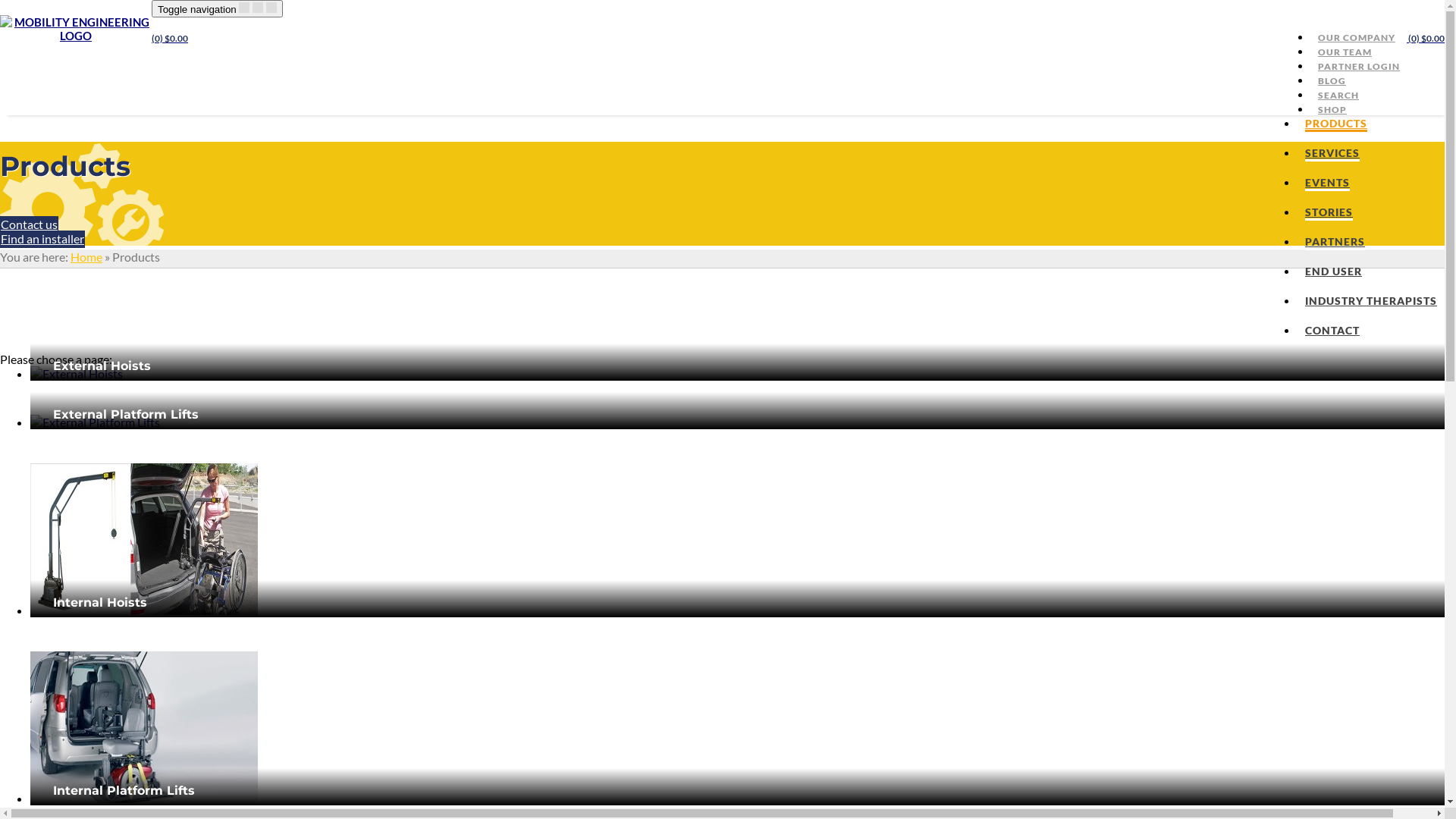  What do you see at coordinates (1331, 108) in the screenshot?
I see `'SHOP'` at bounding box center [1331, 108].